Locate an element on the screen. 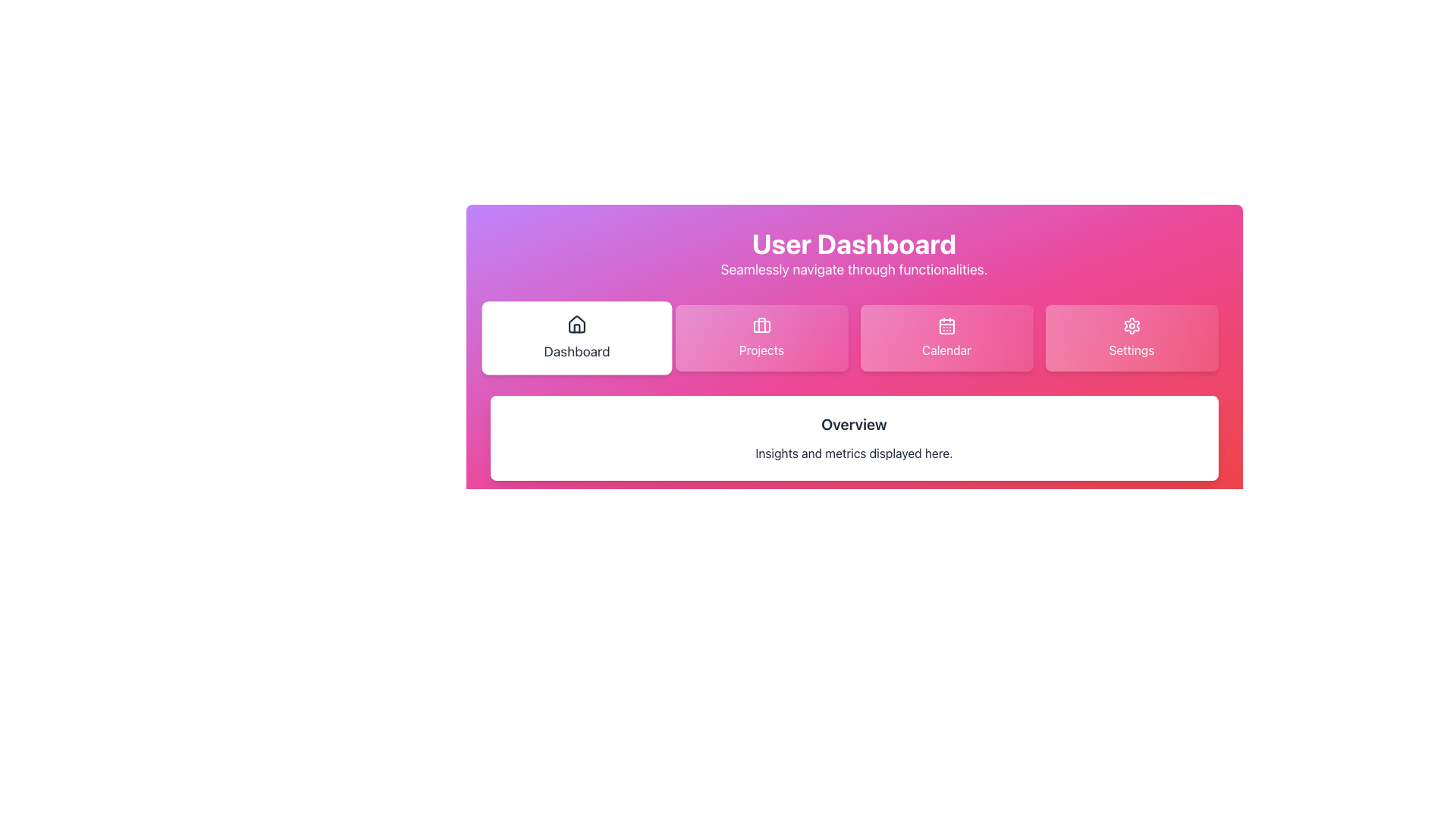  the calendar icon, which is a minimalist design with a rectangular boundary and small square markers, located in the top center navigation section above the 'Calendar' text is located at coordinates (946, 325).